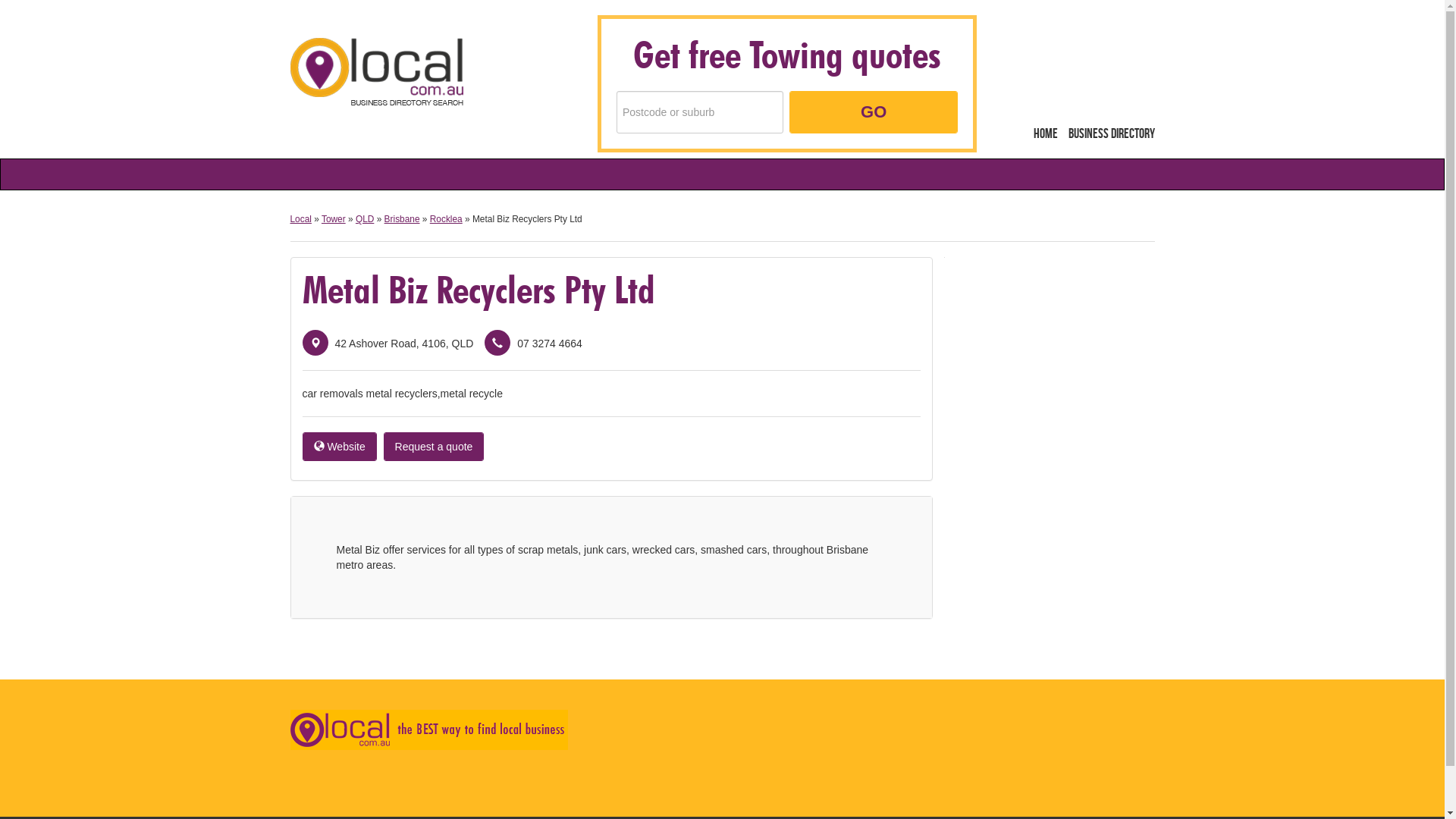 The height and width of the screenshot is (819, 1456). What do you see at coordinates (445, 219) in the screenshot?
I see `'Rocklea'` at bounding box center [445, 219].